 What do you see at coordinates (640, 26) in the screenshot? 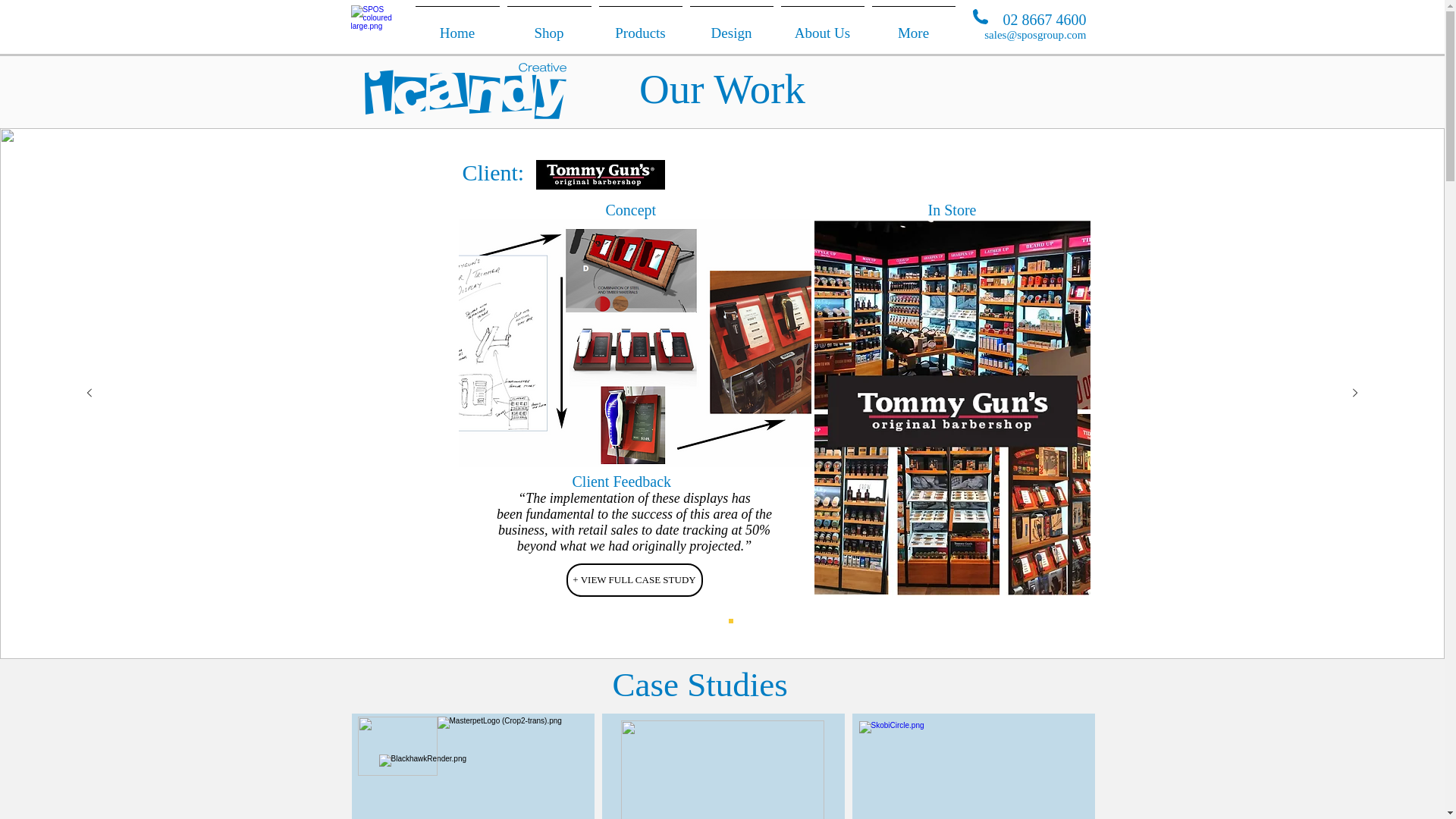
I see `'Products'` at bounding box center [640, 26].